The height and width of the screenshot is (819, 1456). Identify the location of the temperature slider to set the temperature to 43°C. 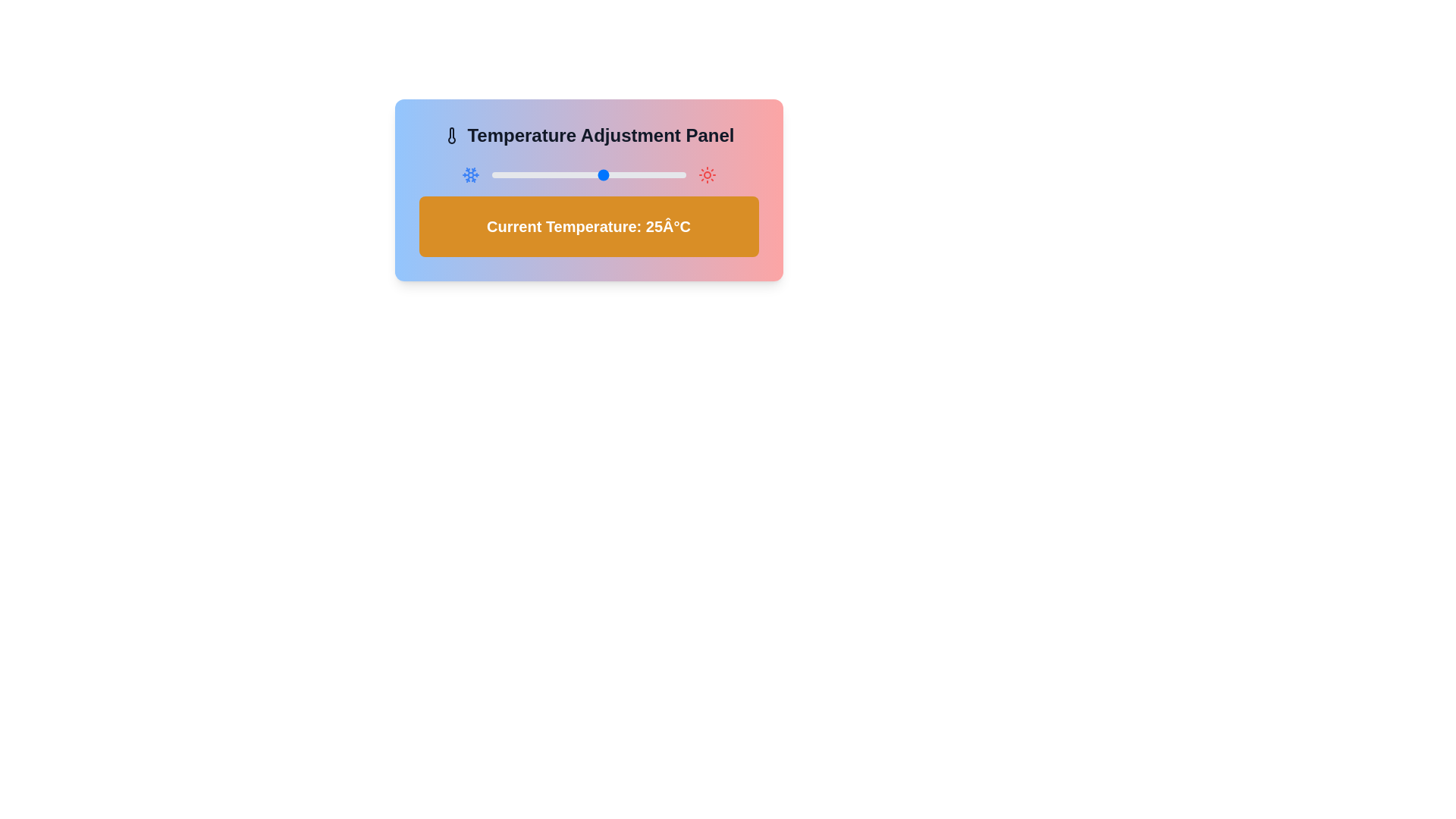
(663, 174).